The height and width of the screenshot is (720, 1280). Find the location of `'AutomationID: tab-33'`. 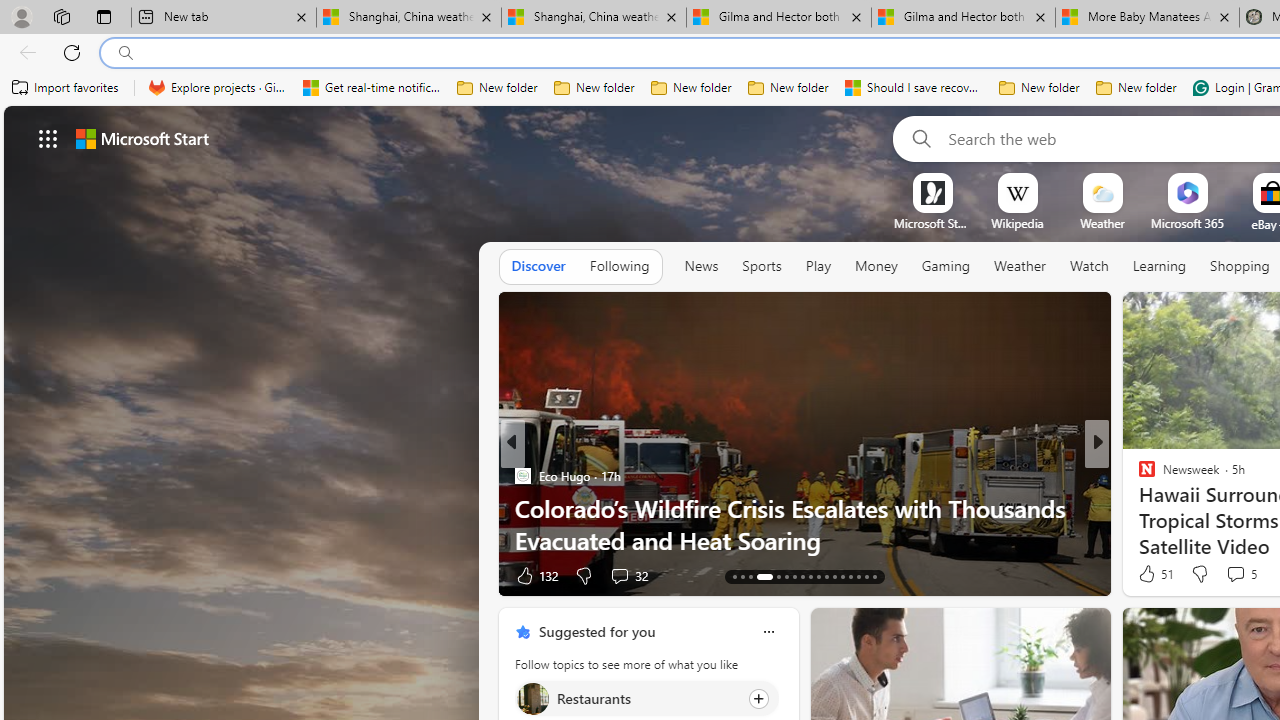

'AutomationID: tab-33' is located at coordinates (874, 577).